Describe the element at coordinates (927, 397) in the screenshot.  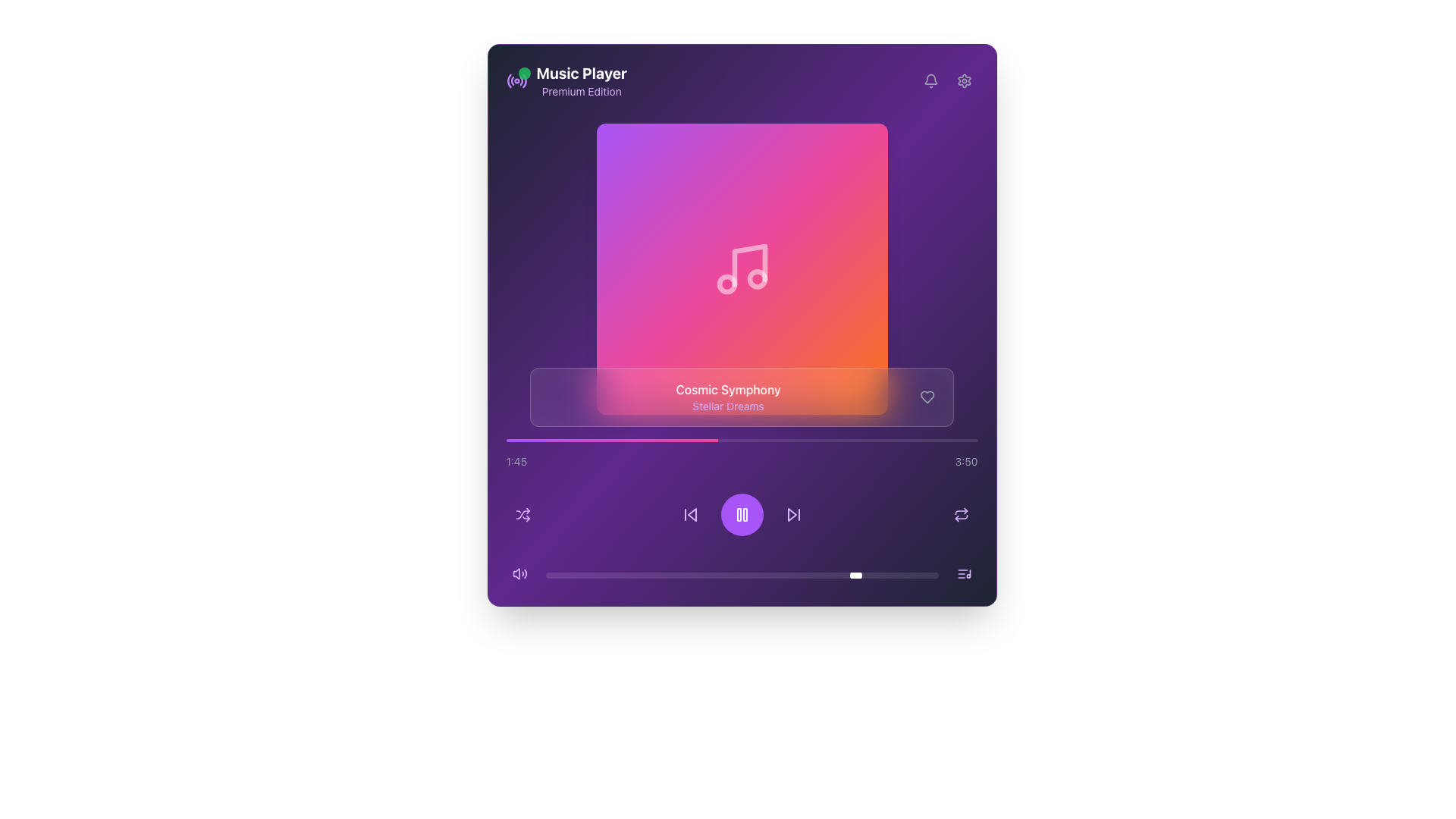
I see `the 'like' icon button located to the far-right of the song title and artist name display to mark the current song as a favorite` at that location.